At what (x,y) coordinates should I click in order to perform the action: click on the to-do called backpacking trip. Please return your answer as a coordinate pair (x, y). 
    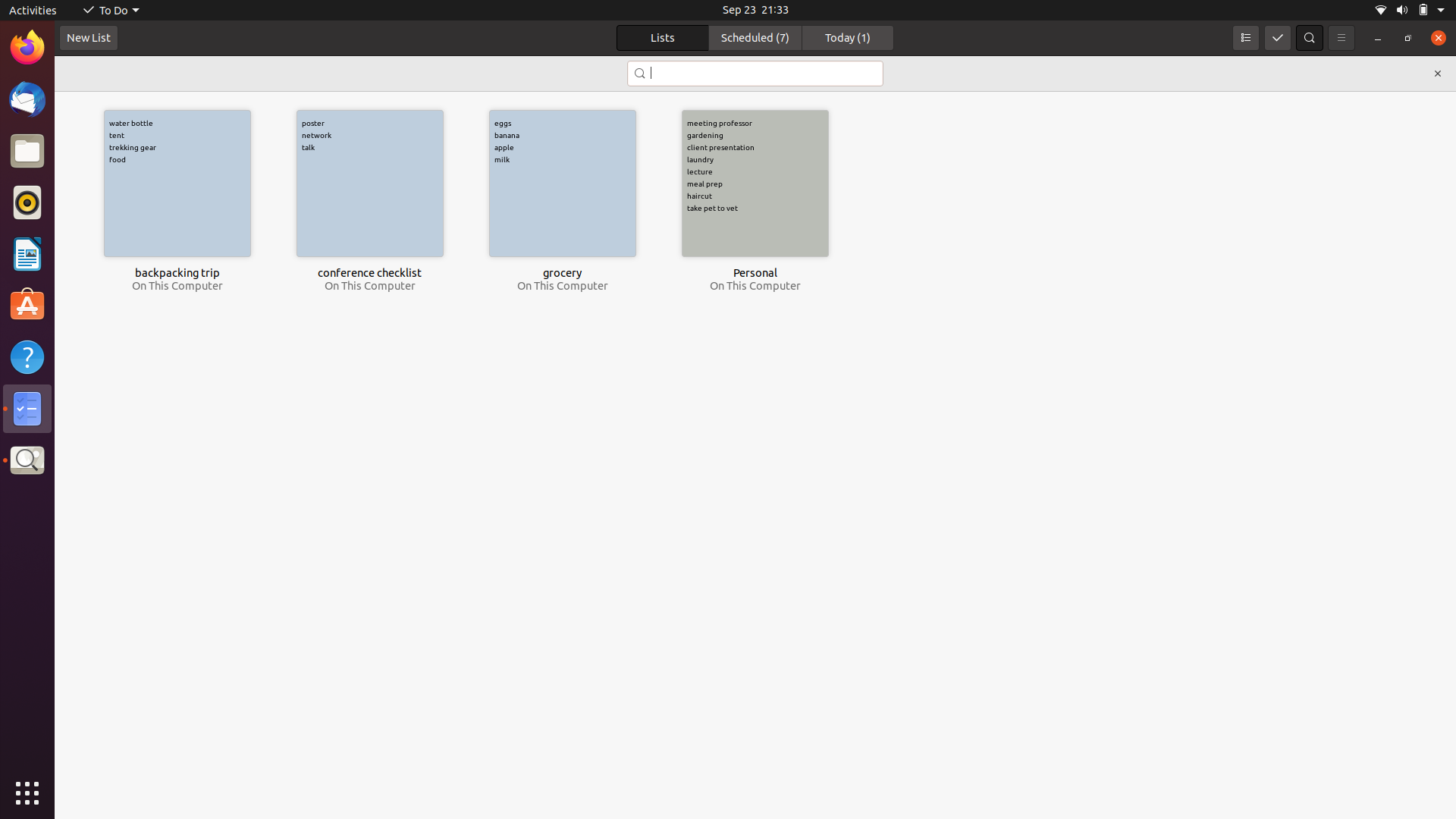
    Looking at the image, I should click on (177, 183).